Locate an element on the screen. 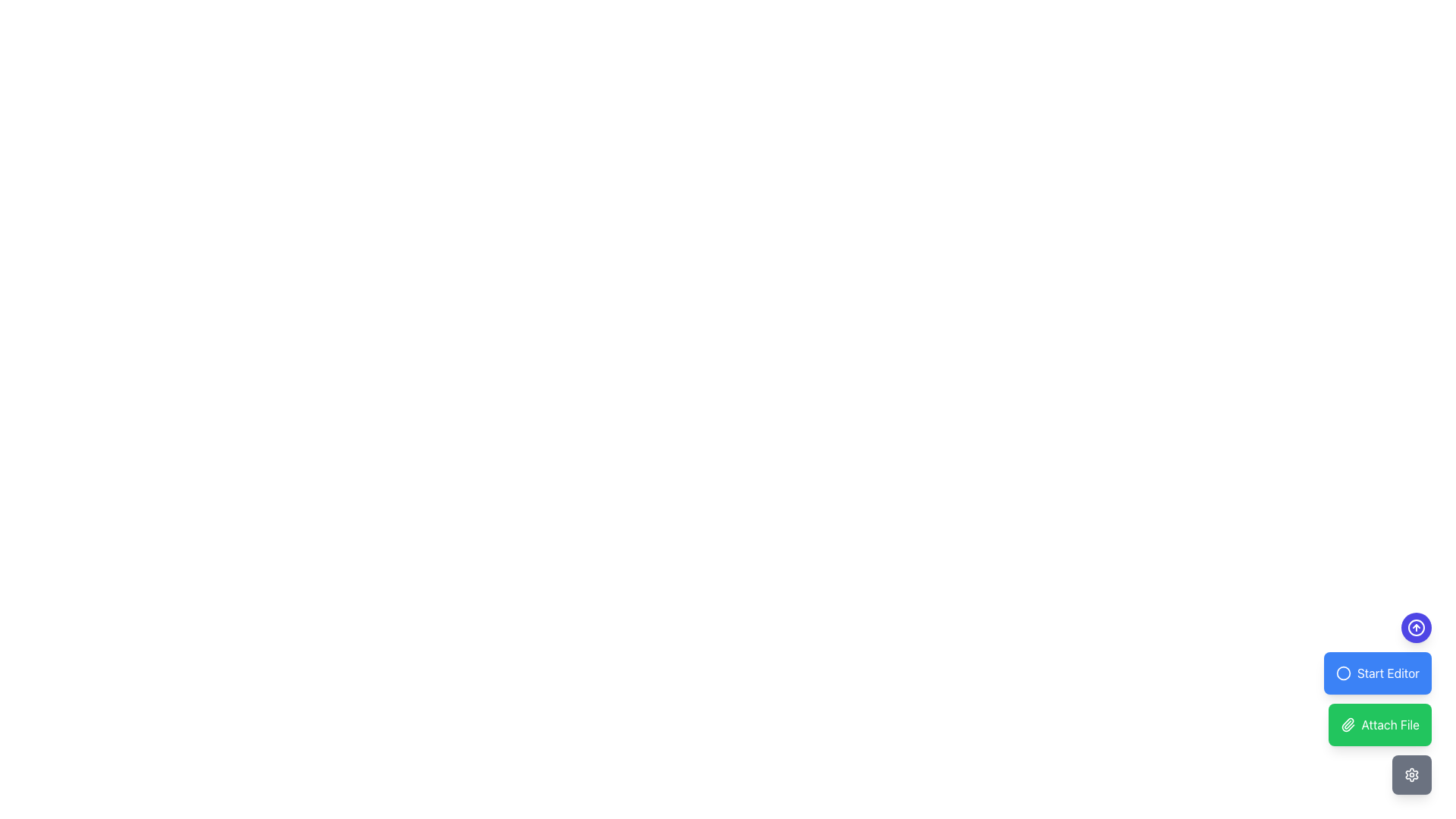 Image resolution: width=1456 pixels, height=819 pixels. the topmost button in the floating group of buttons at the bottom-right corner of the interface is located at coordinates (1415, 628).